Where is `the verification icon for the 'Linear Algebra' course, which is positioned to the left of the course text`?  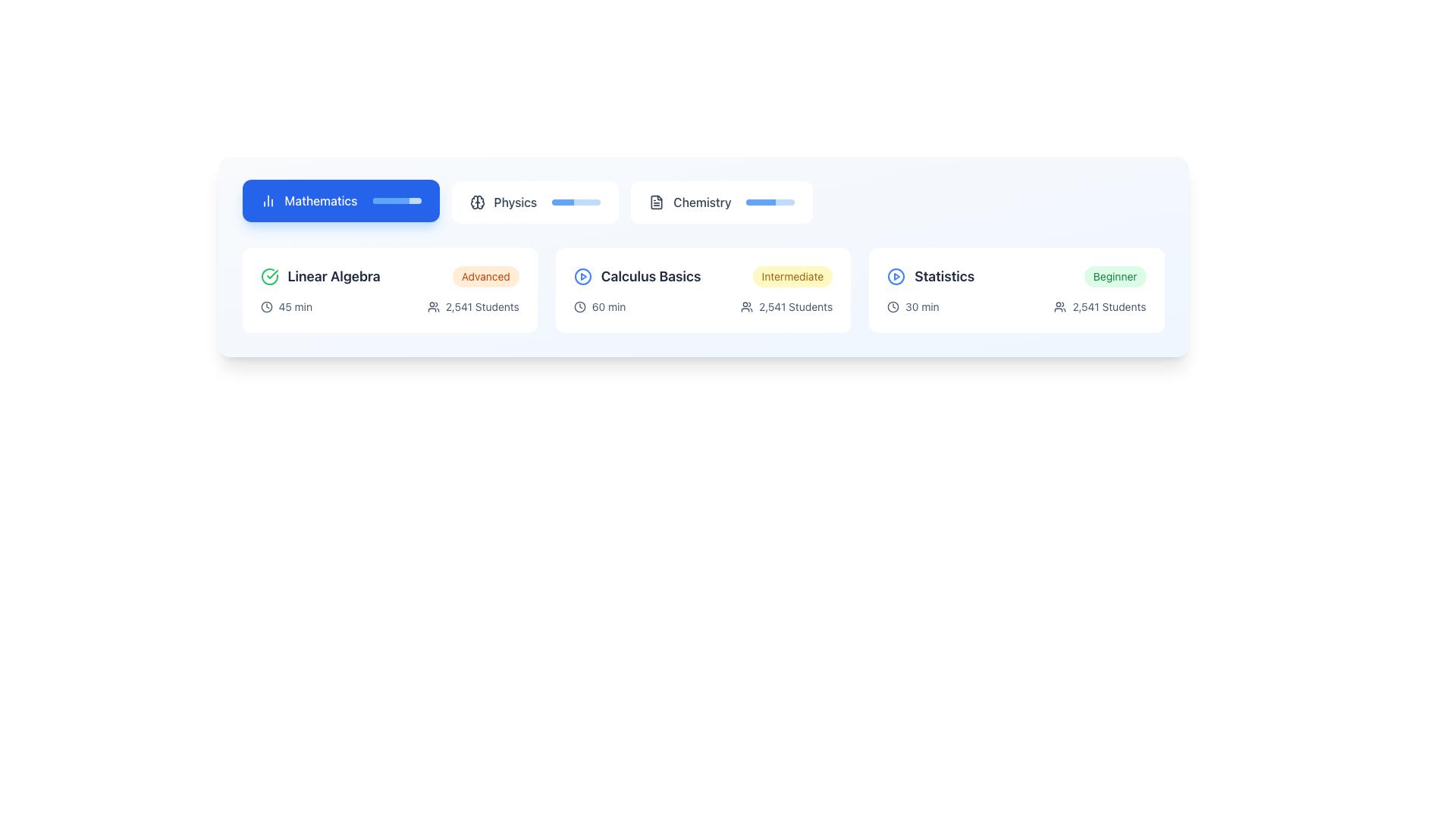
the verification icon for the 'Linear Algebra' course, which is positioned to the left of the course text is located at coordinates (269, 277).